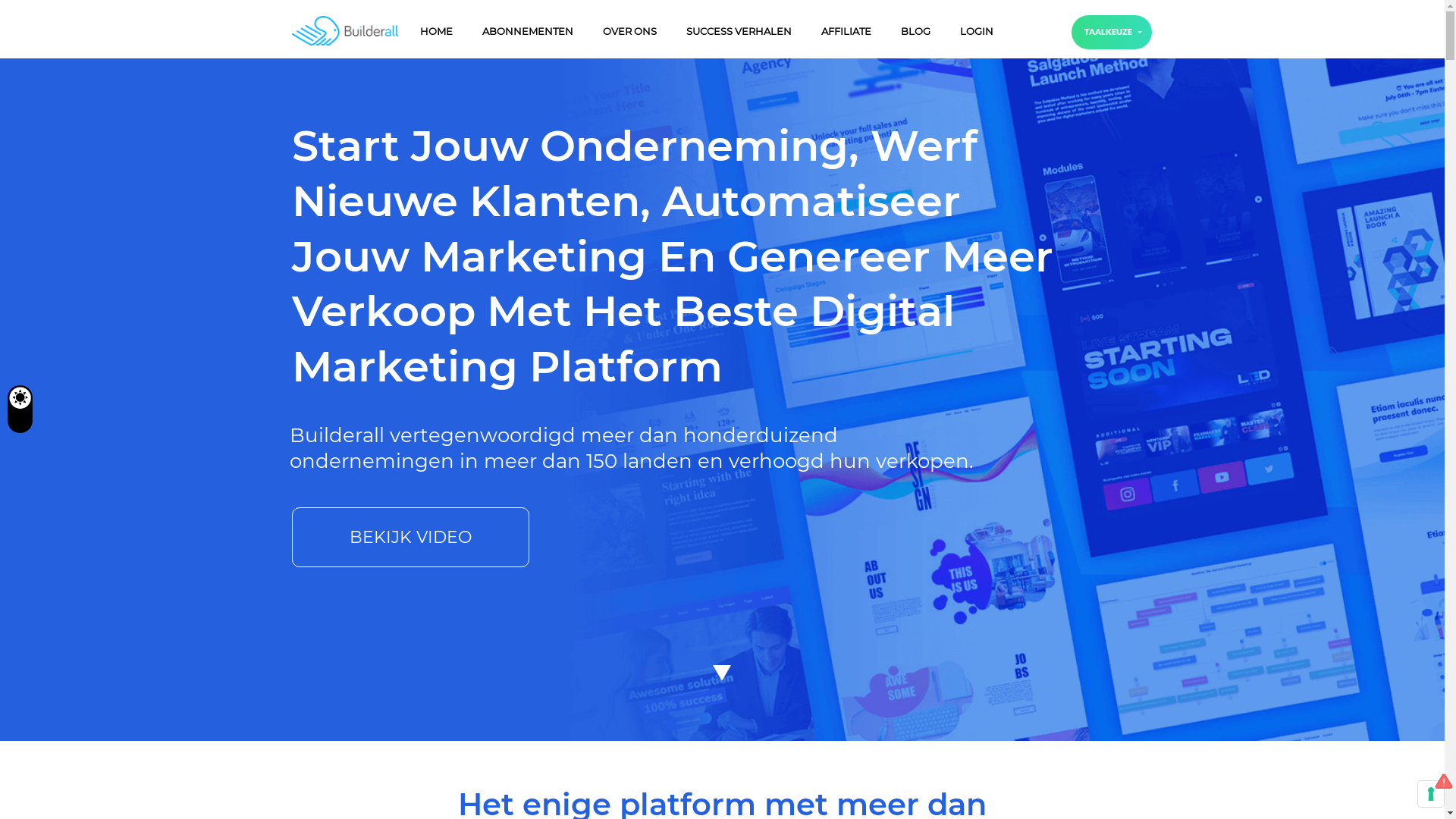 The height and width of the screenshot is (819, 1456). Describe the element at coordinates (435, 31) in the screenshot. I see `'HOME'` at that location.